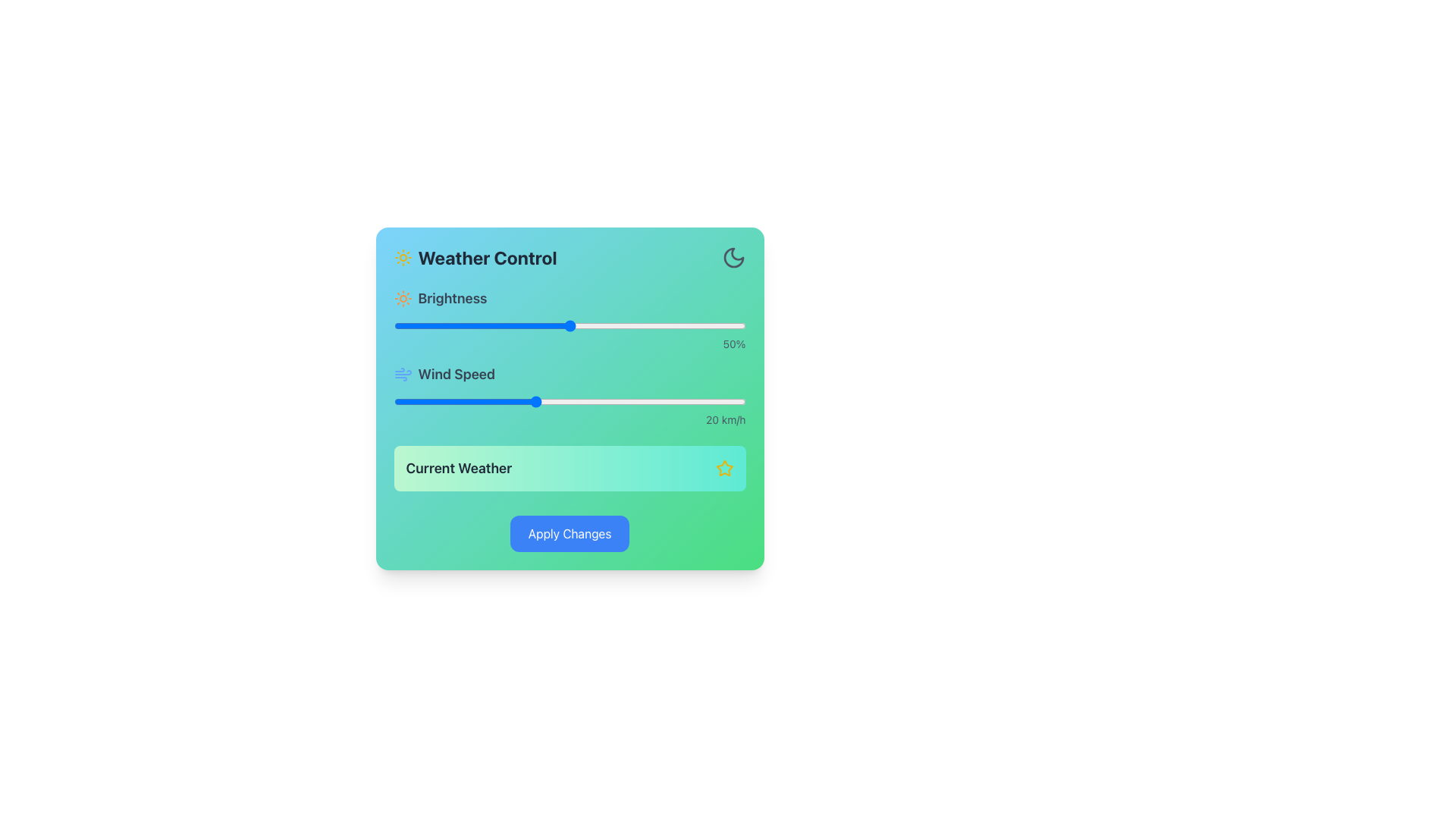  What do you see at coordinates (723, 467) in the screenshot?
I see `the star icon with a yellowish outline and light teal fill located near the bottom right corner of the 'Current Weather' input box in the 'Weather Control' section to interact` at bounding box center [723, 467].